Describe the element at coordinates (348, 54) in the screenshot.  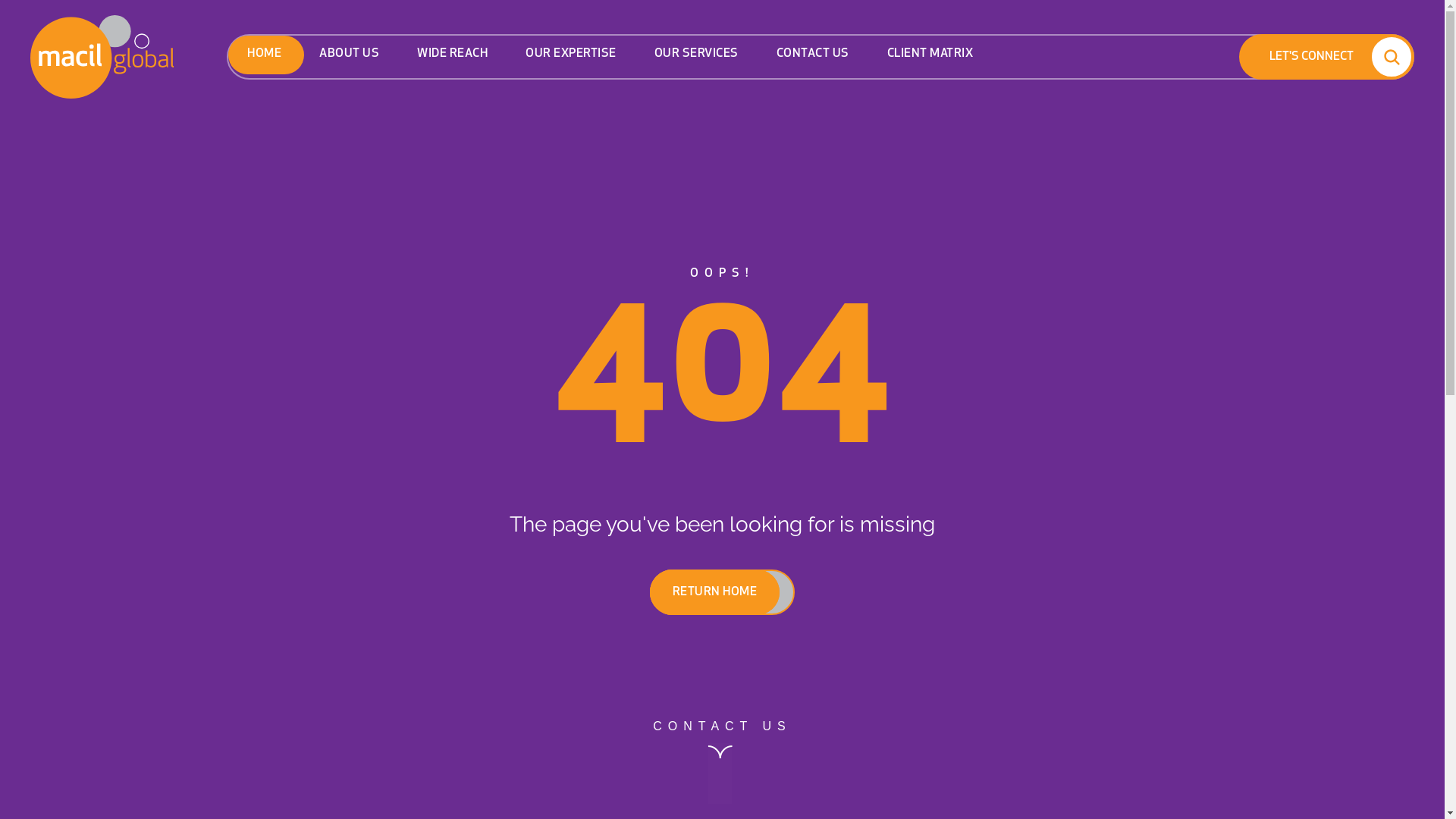
I see `'ABOUT US'` at that location.